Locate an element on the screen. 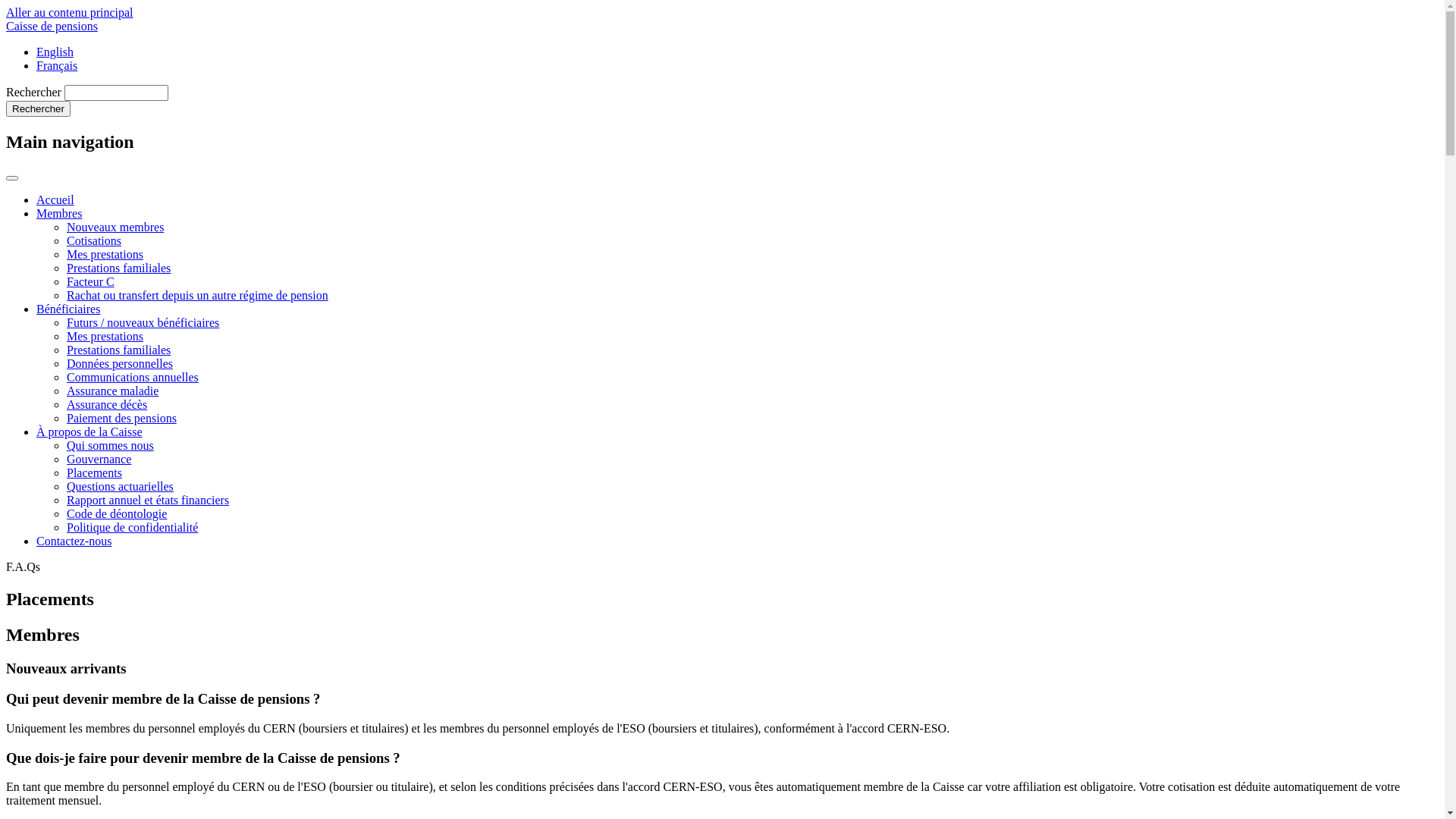 This screenshot has width=1456, height=819. 'English' is located at coordinates (55, 51).